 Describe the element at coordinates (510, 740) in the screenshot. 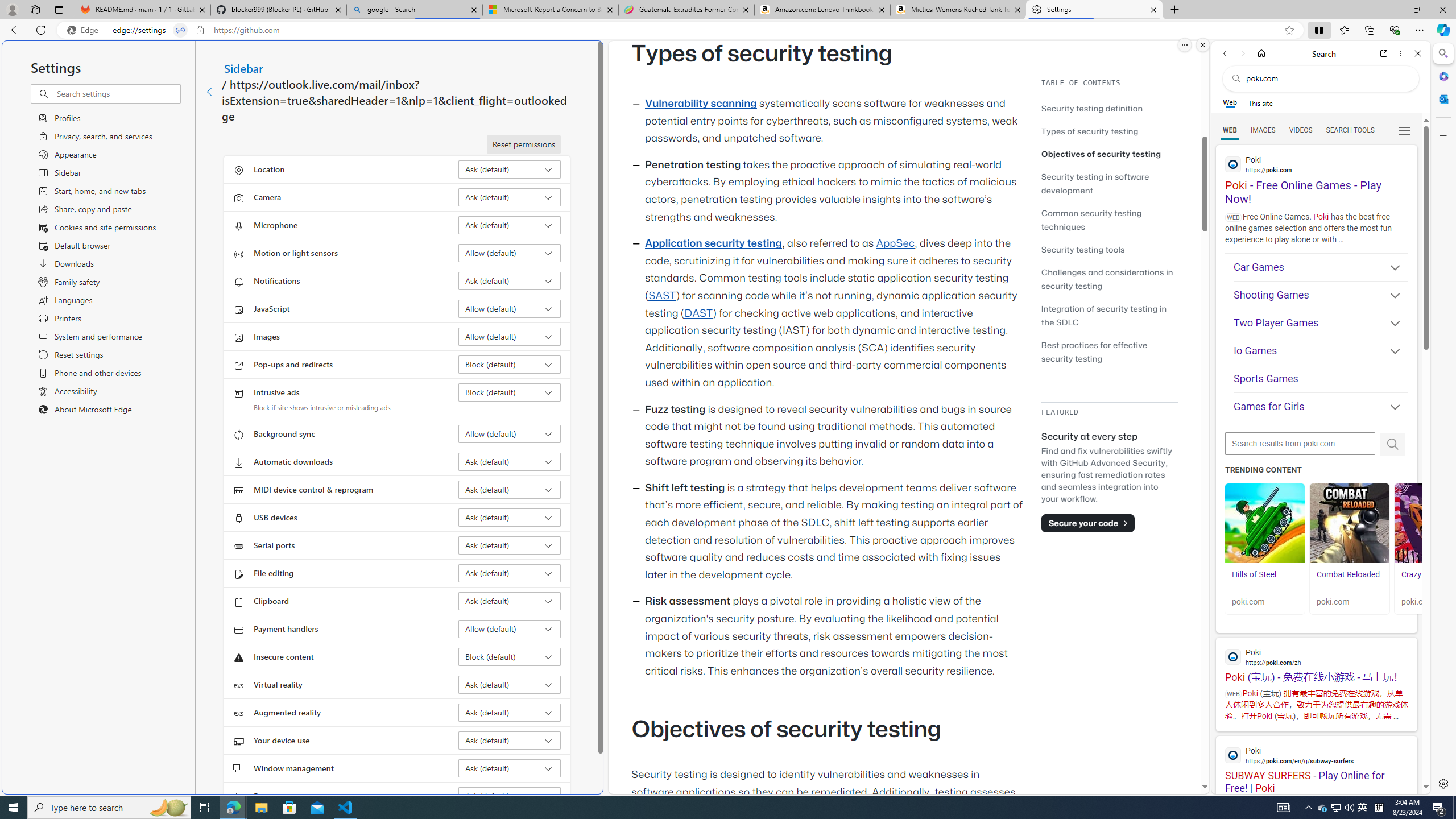

I see `'Your device use Ask (default)'` at that location.